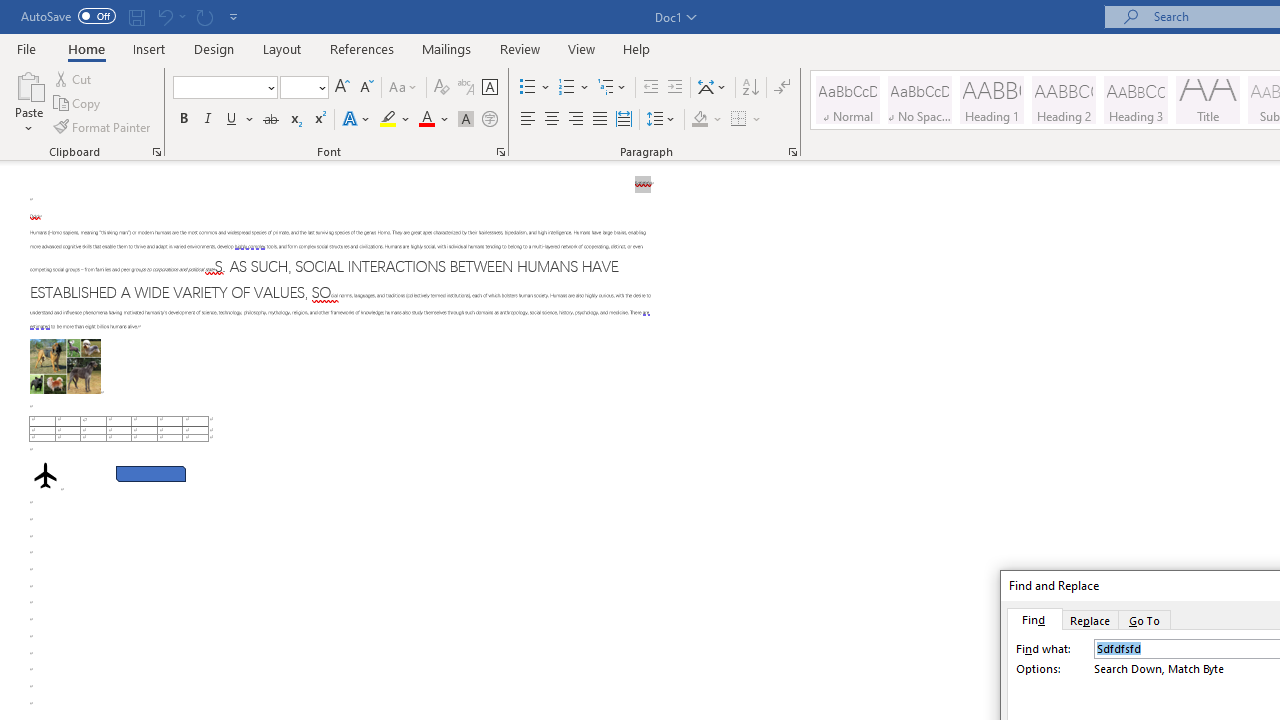 The image size is (1280, 720). Describe the element at coordinates (1088, 618) in the screenshot. I see `'Replace'` at that location.